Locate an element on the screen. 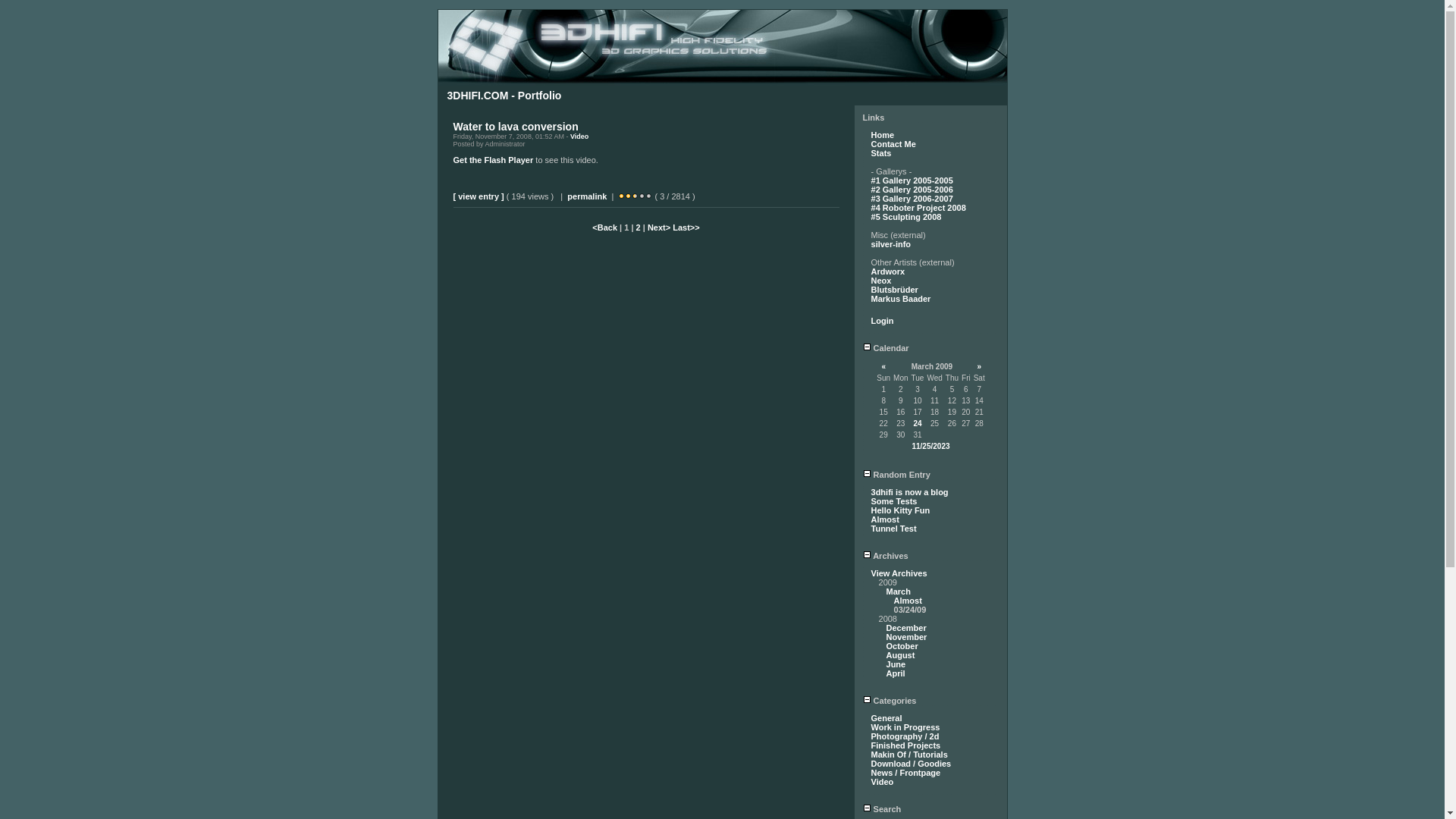 This screenshot has height=819, width=1456. 'Contact Me' is located at coordinates (893, 143).